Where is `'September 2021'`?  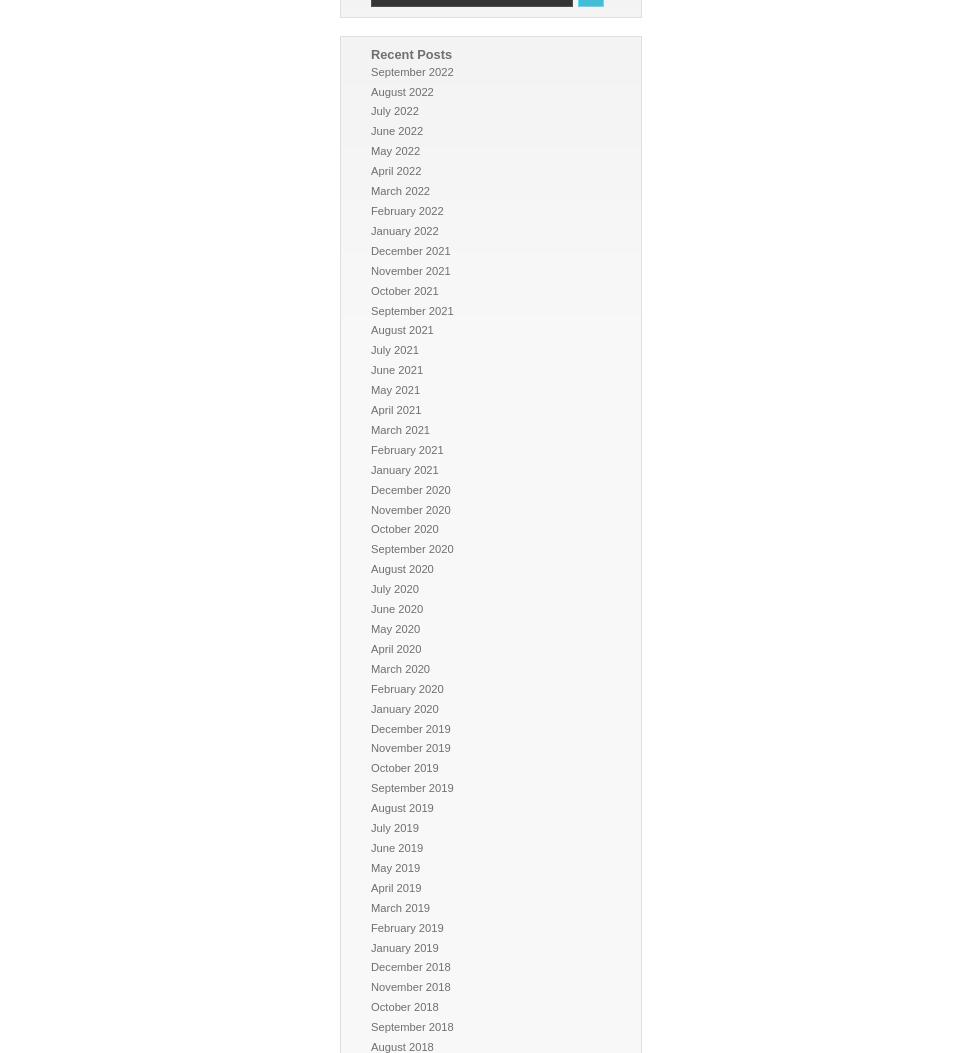 'September 2021' is located at coordinates (411, 310).